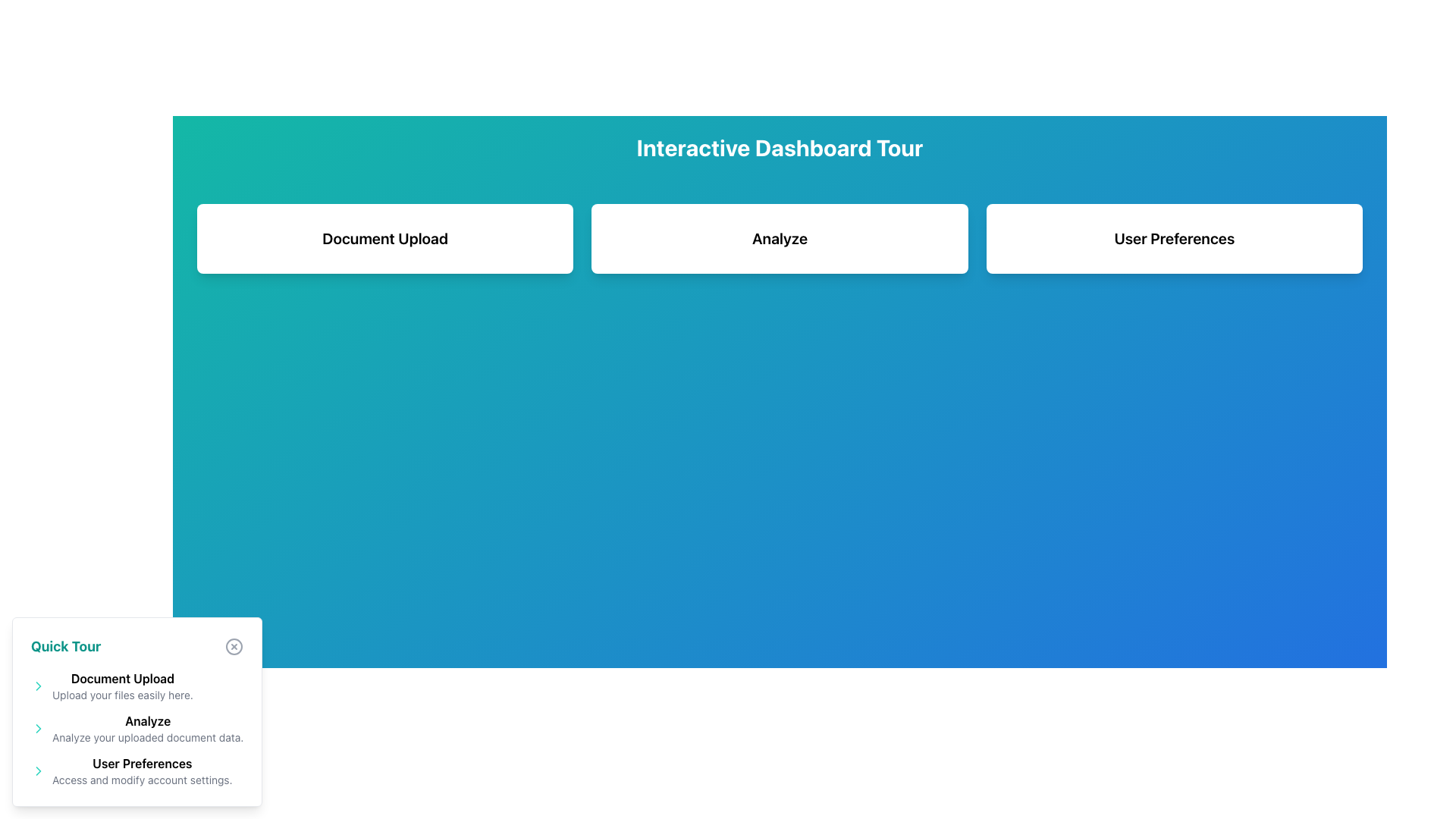  I want to click on the static header text that introduces the page or section, positioned at the top-center above the content area, so click(780, 148).